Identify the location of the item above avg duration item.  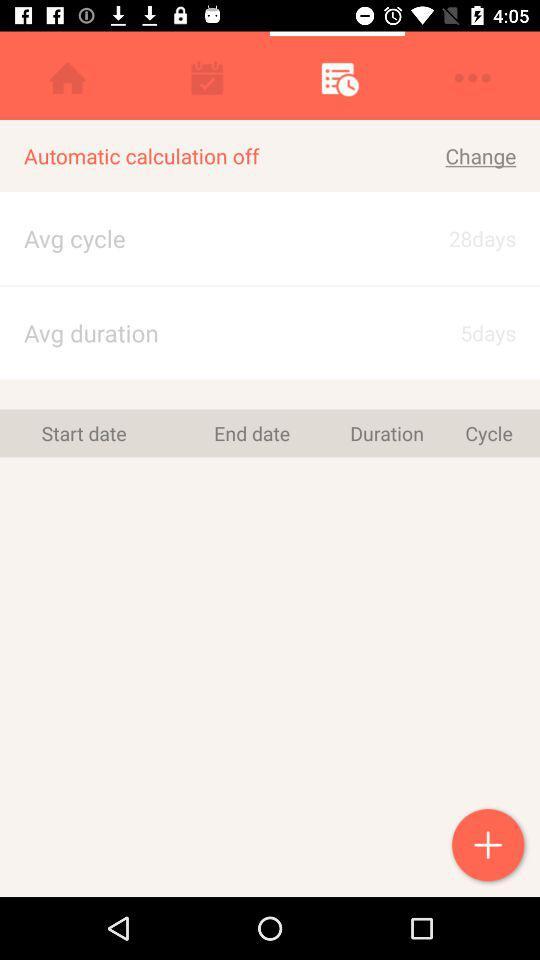
(270, 284).